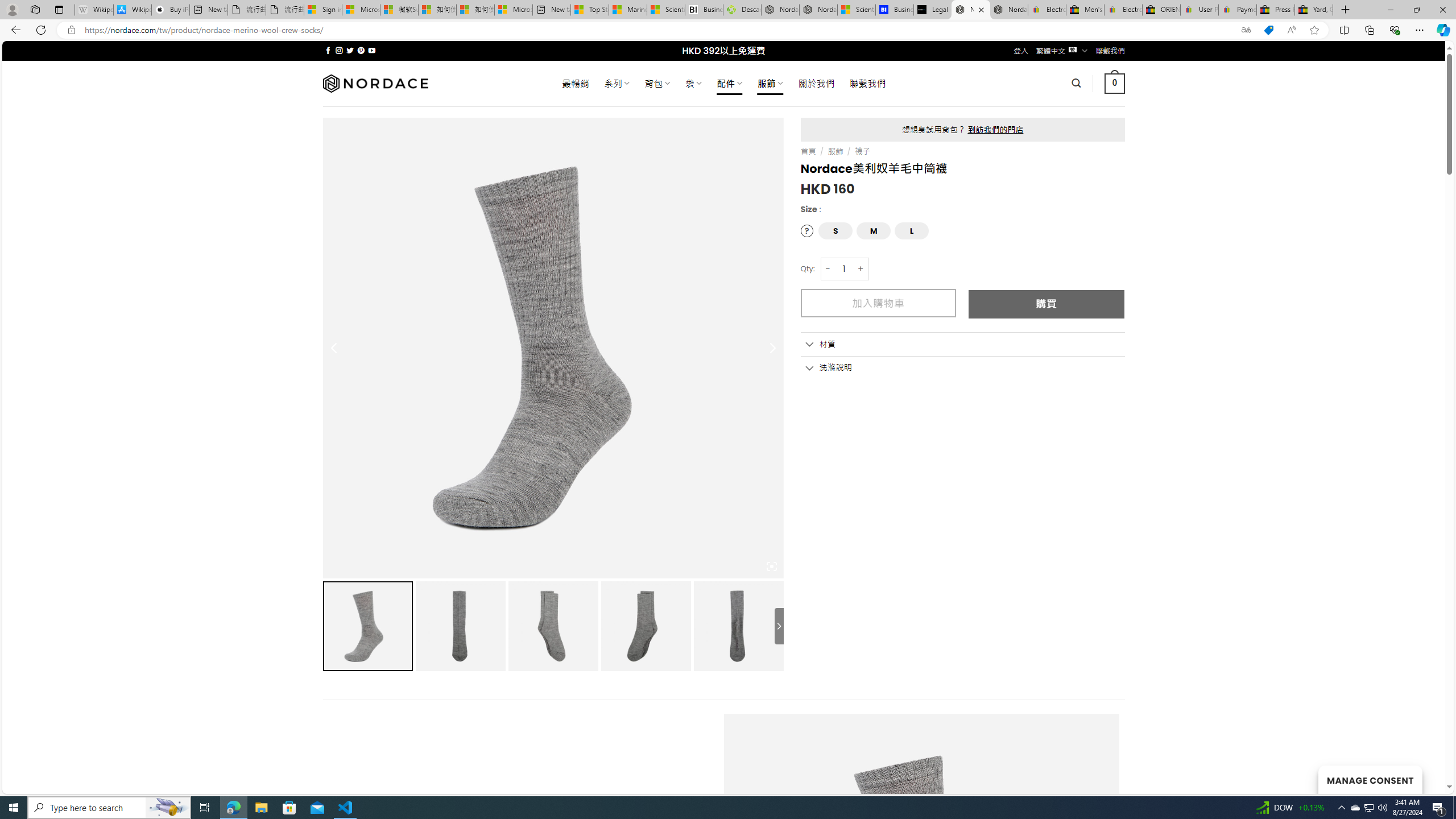 The image size is (1456, 819). What do you see at coordinates (328, 50) in the screenshot?
I see `'Follow on Facebook'` at bounding box center [328, 50].